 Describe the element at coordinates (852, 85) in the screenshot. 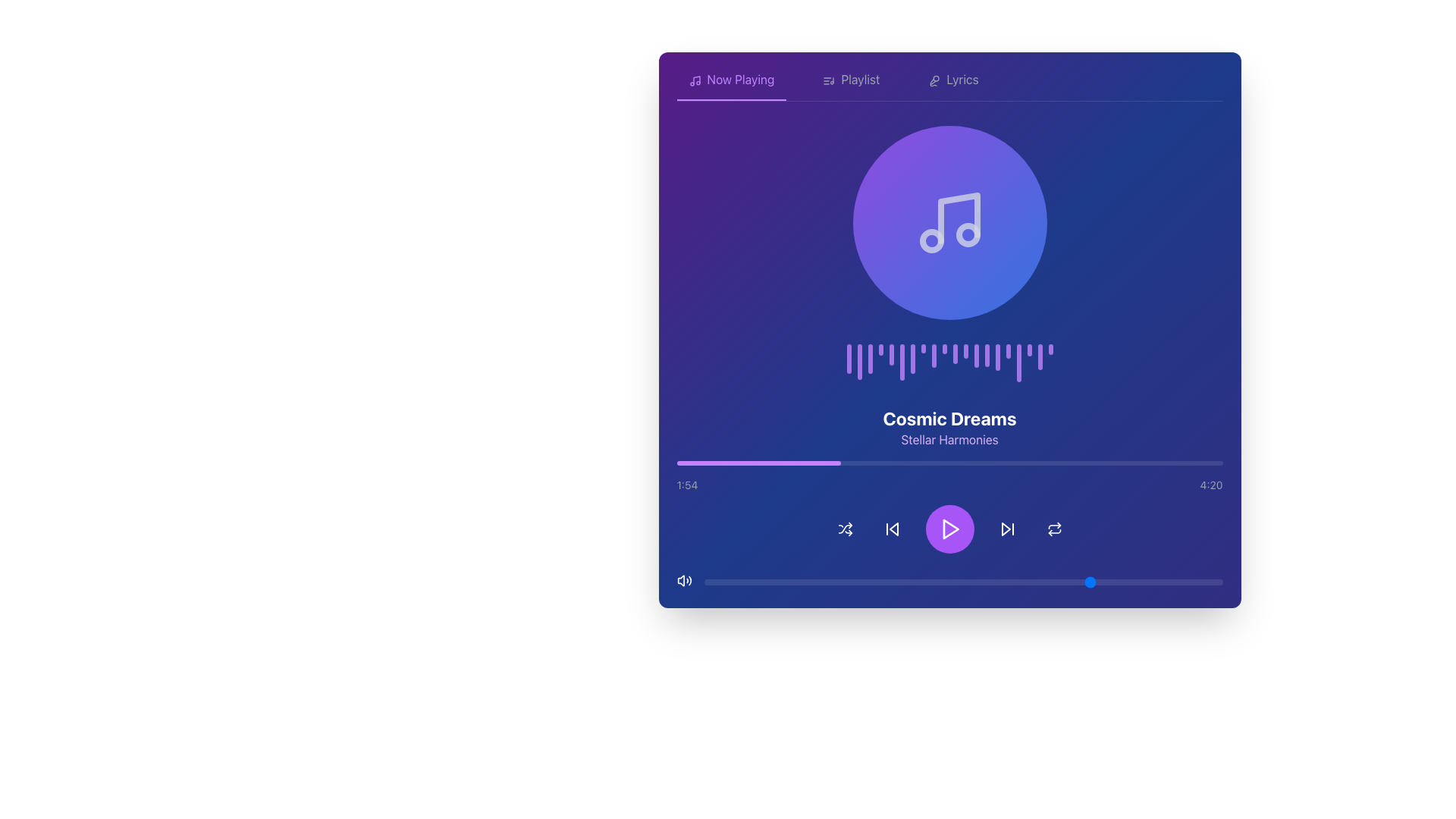

I see `the 'Playlist' button, which is a clickable text with a small playlist icon, located between 'Now Playing' and 'Lyrics' in the upper menu interface` at that location.